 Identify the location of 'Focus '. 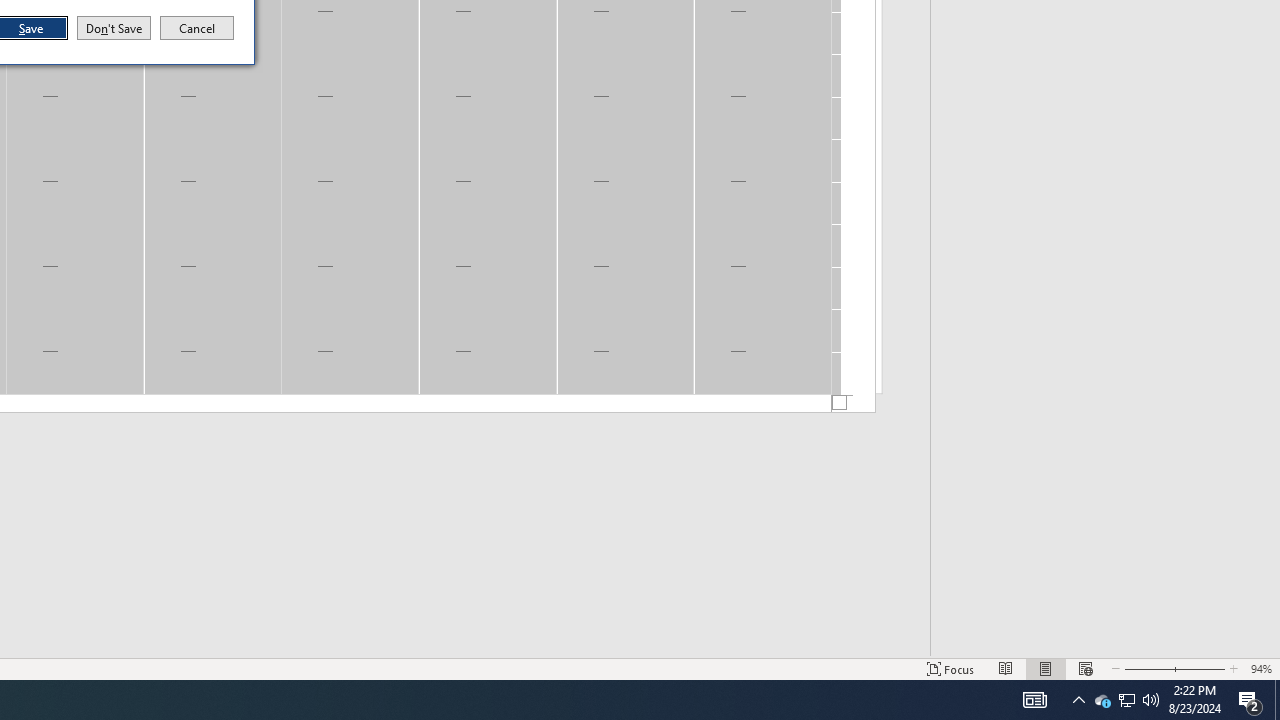
(950, 669).